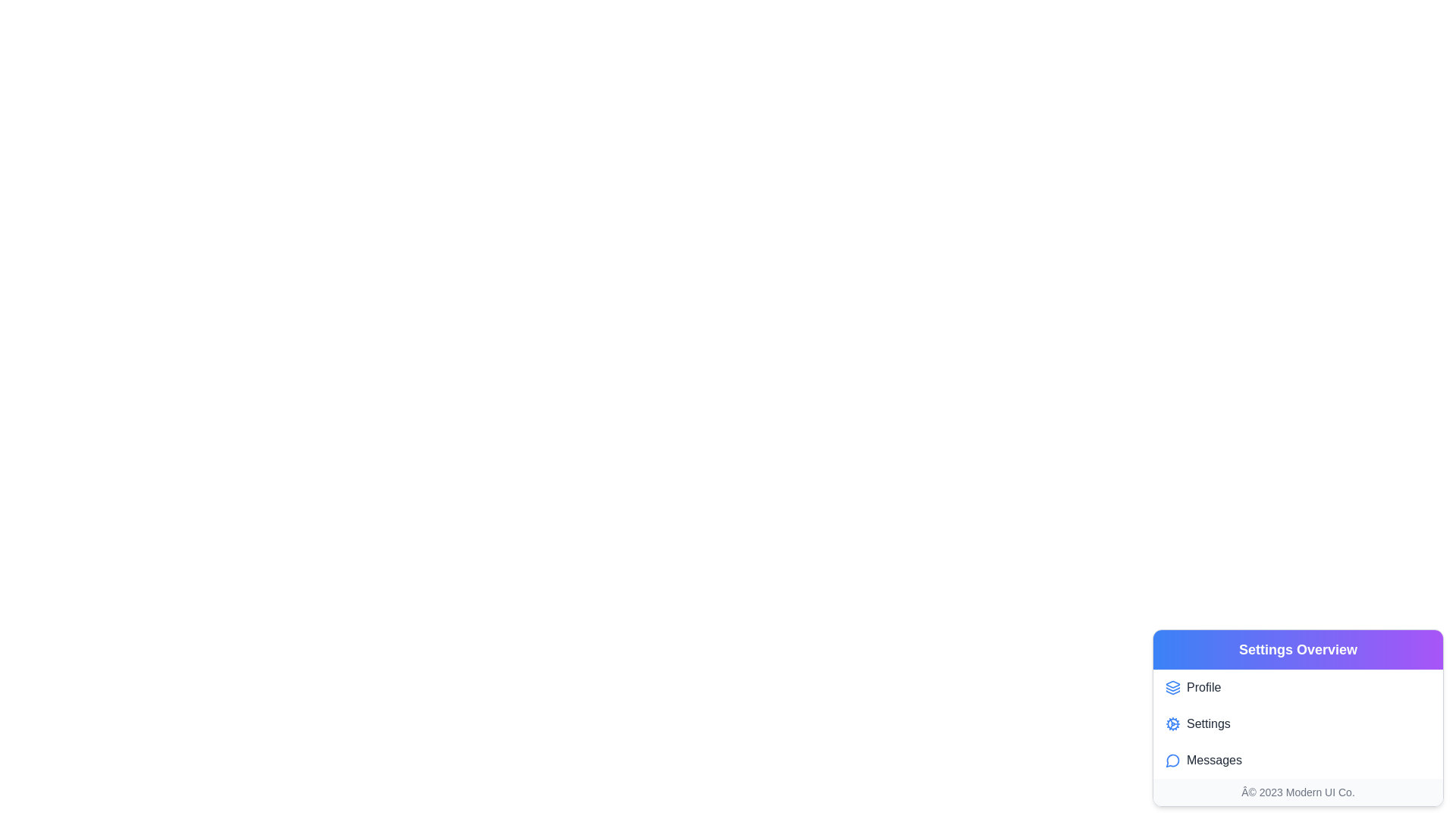  What do you see at coordinates (1214, 760) in the screenshot?
I see `the 'Messages' navigation link located as the third item under the 'Settings Overview' section in the sidebar` at bounding box center [1214, 760].